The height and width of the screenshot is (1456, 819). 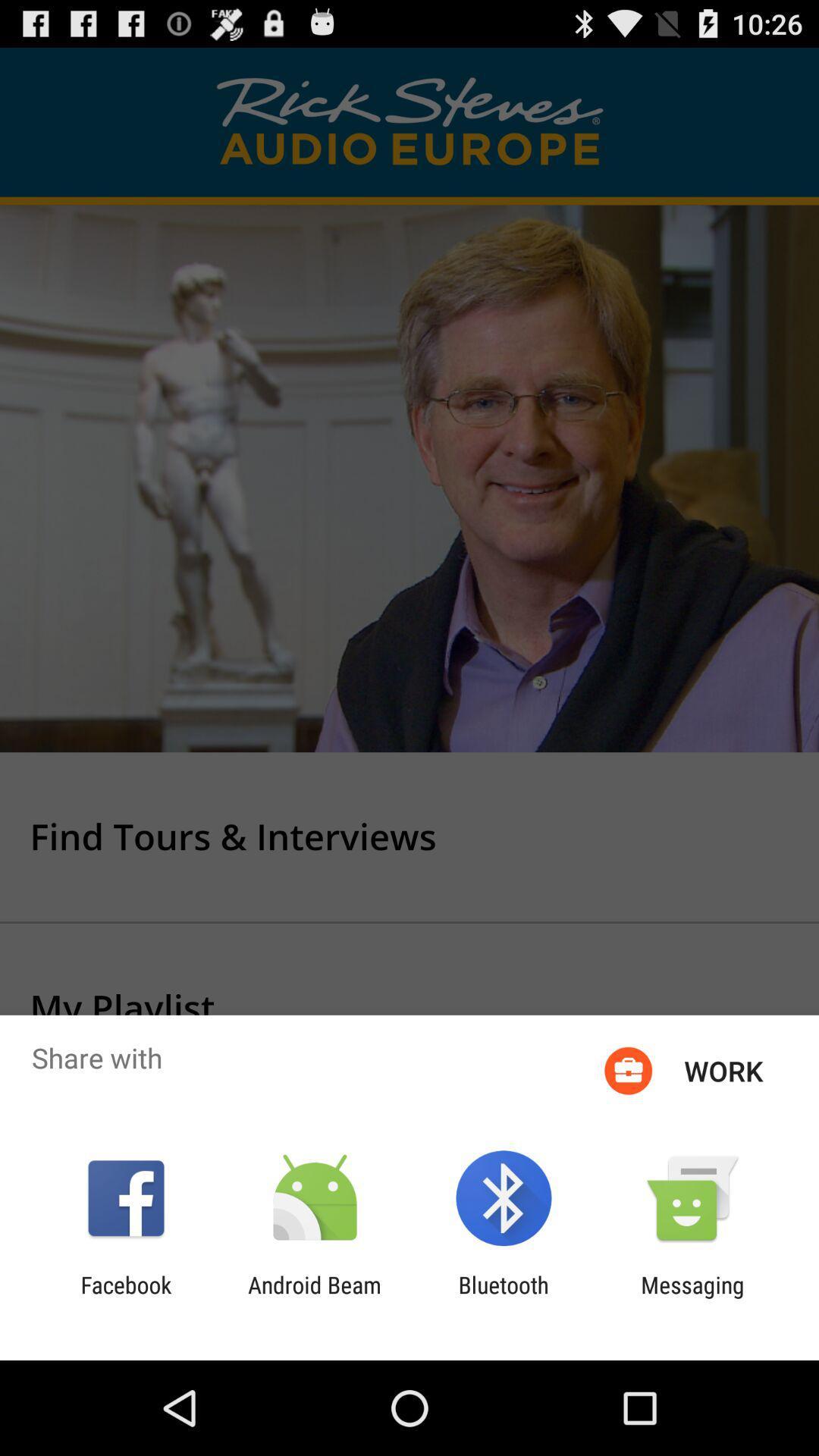 I want to click on the messaging, so click(x=692, y=1298).